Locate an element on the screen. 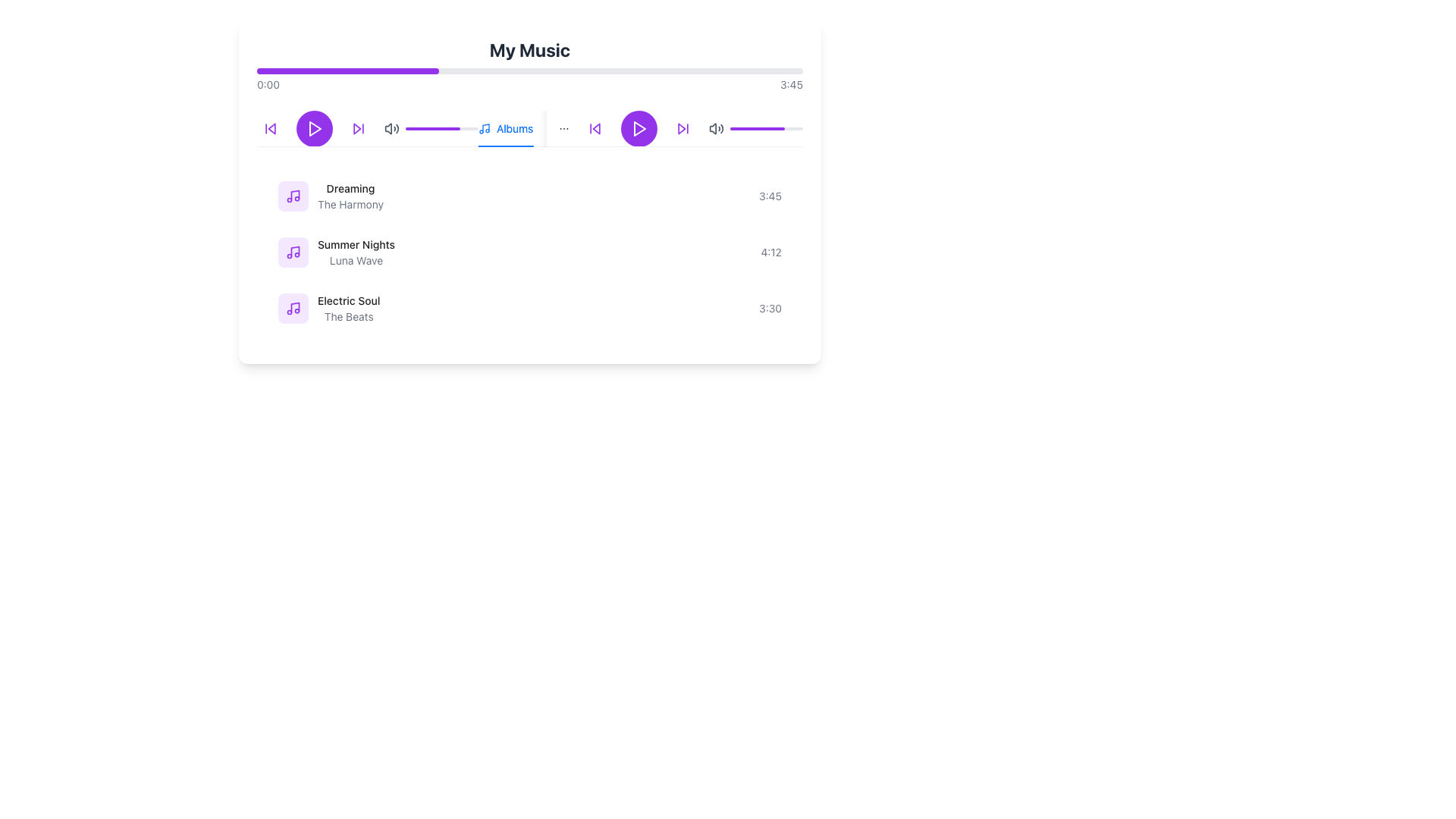 This screenshot has width=1456, height=819. the blue-colored, bold 'Albums' tab in the horizontal navigation bar is located at coordinates (513, 127).